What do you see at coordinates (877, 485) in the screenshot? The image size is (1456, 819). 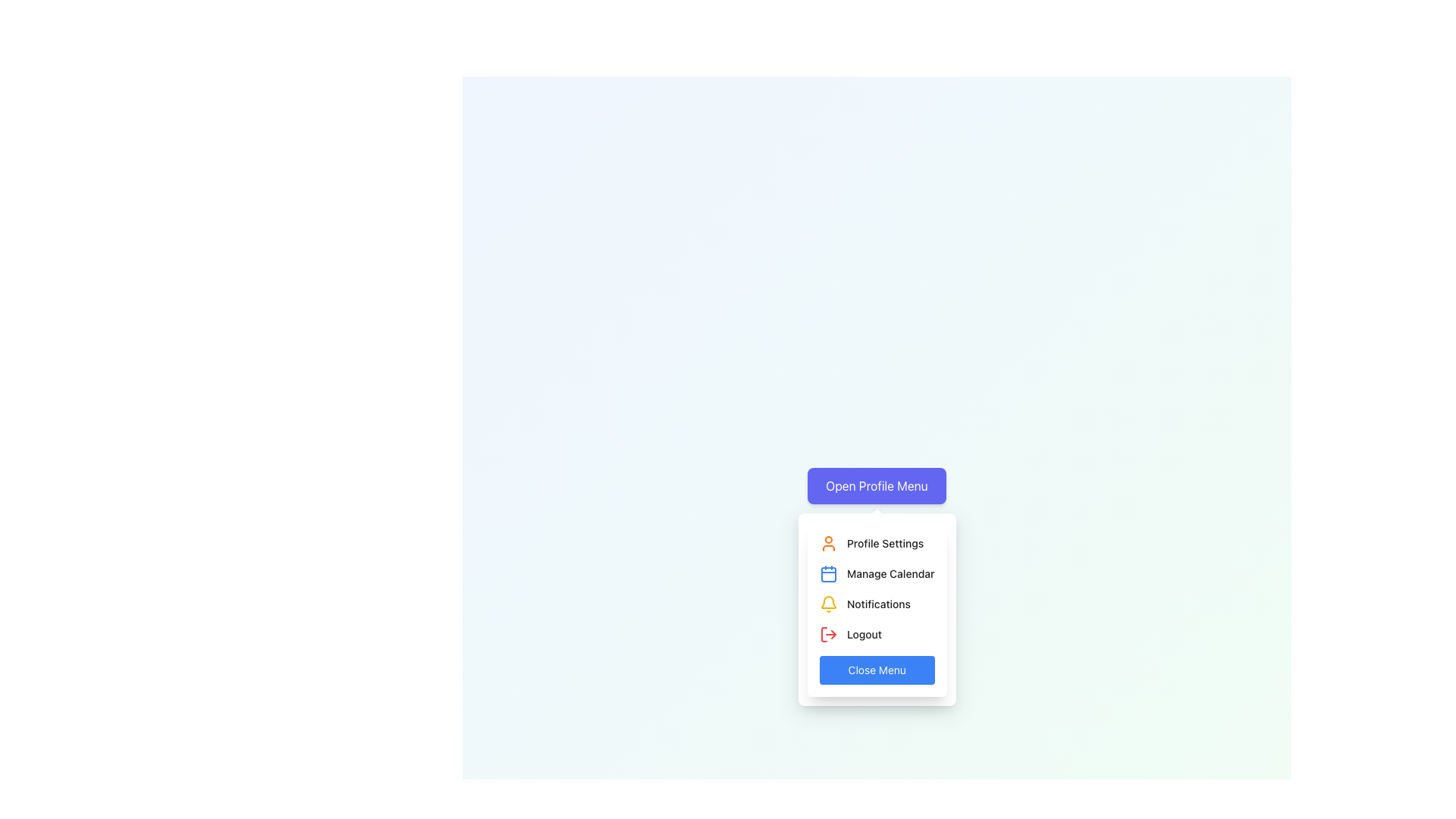 I see `the rectangular button with a blue background and white text 'Open Profile Menu' to trigger its hover effects` at bounding box center [877, 485].